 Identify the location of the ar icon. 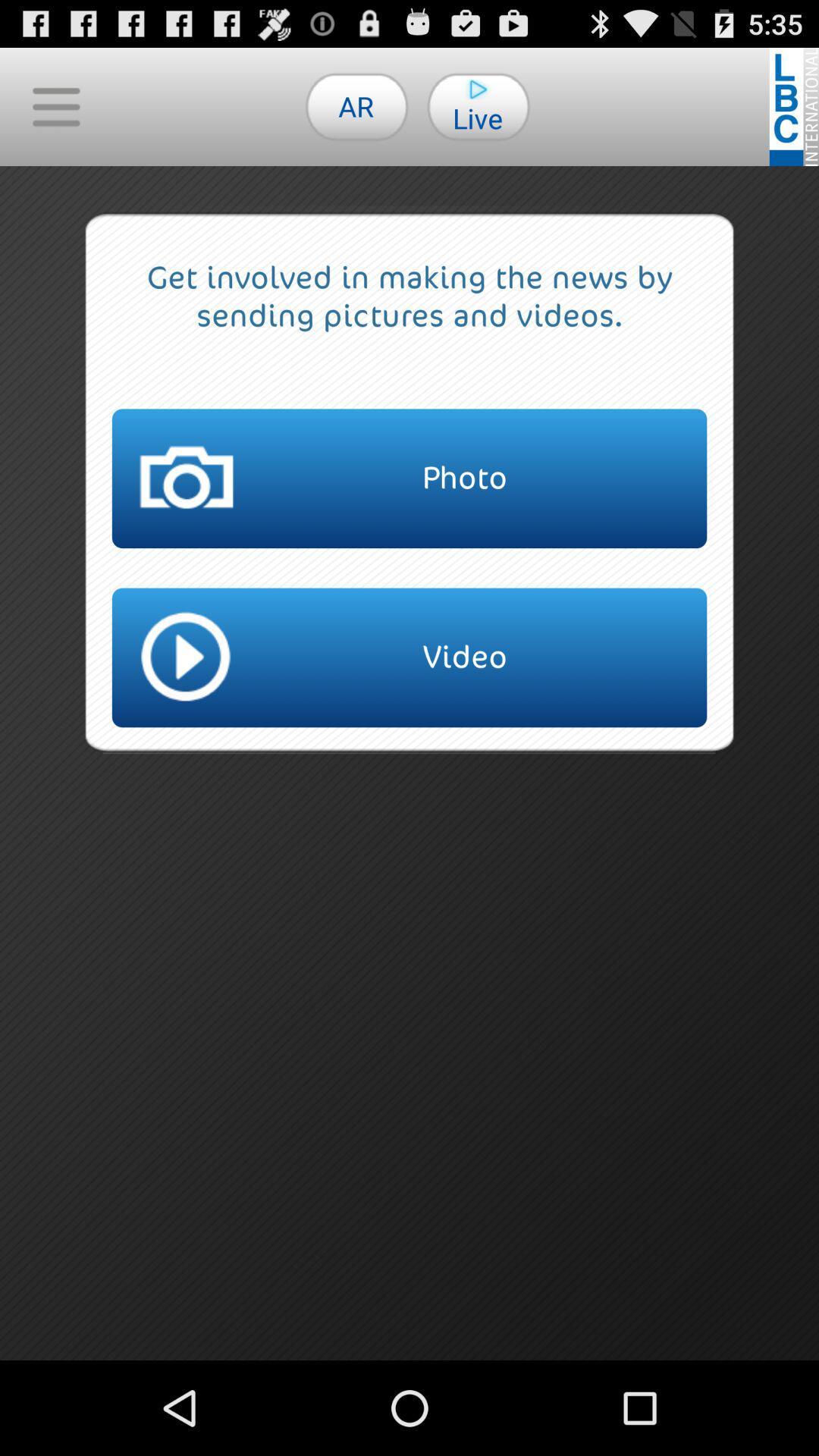
(356, 105).